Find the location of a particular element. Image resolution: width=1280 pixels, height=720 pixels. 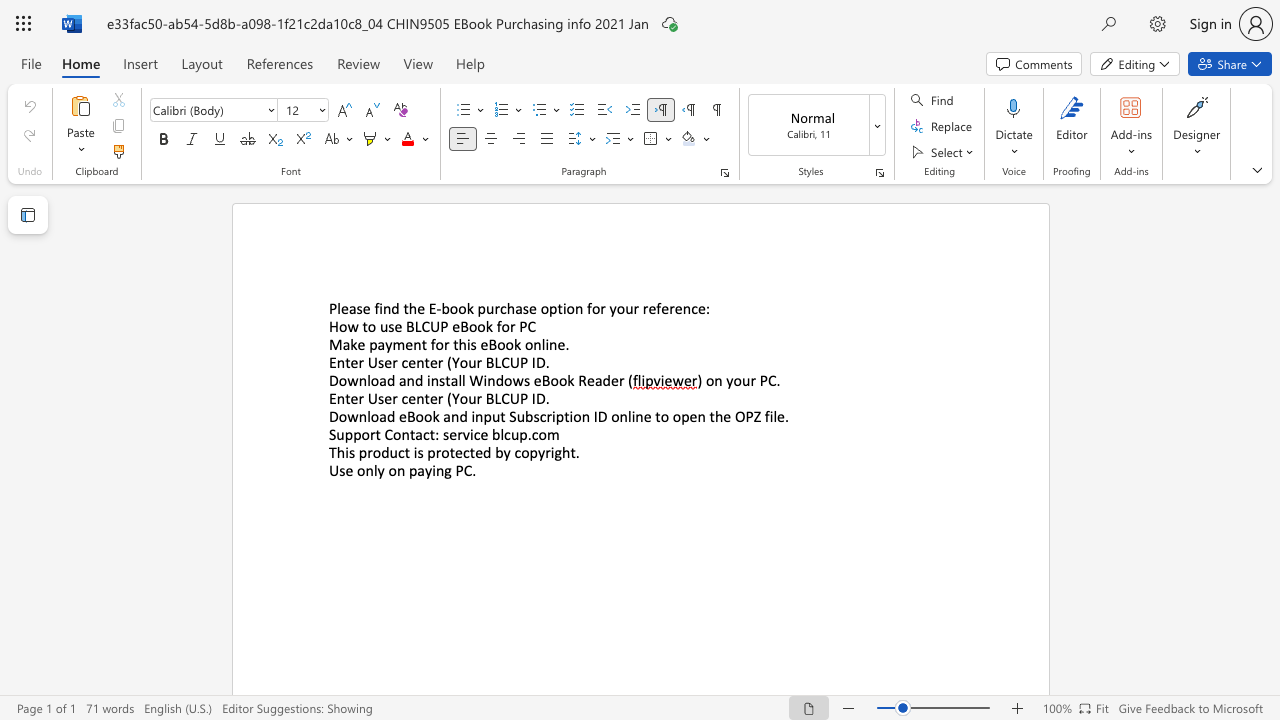

the subset text "g PC" within the text "Use only on paying PC." is located at coordinates (443, 470).